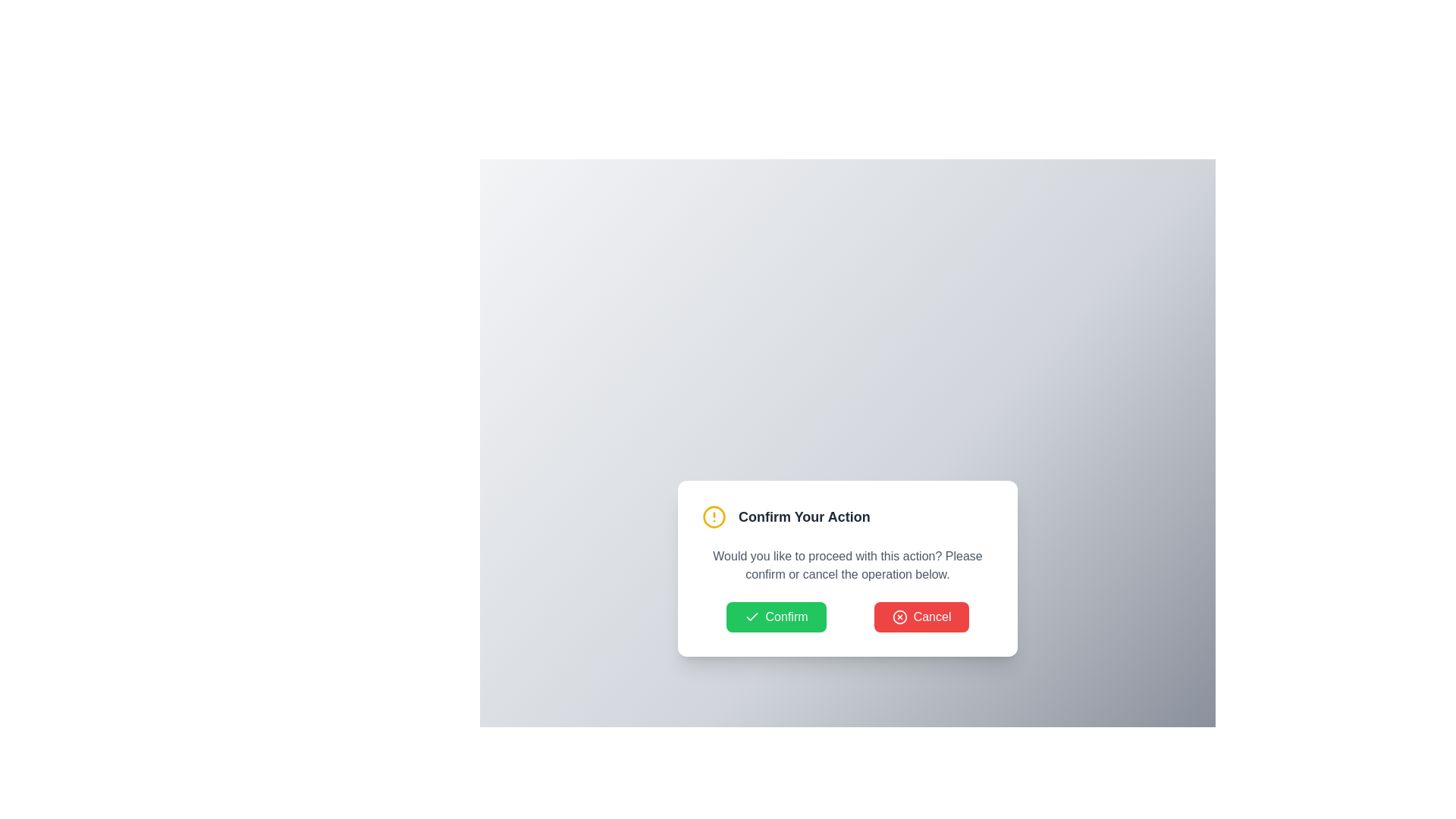 Image resolution: width=1456 pixels, height=819 pixels. What do you see at coordinates (713, 516) in the screenshot?
I see `the decorative SVG circle with a yellow border located adjacent to the confirmation dialog's title 'Confirm Your Action'` at bounding box center [713, 516].